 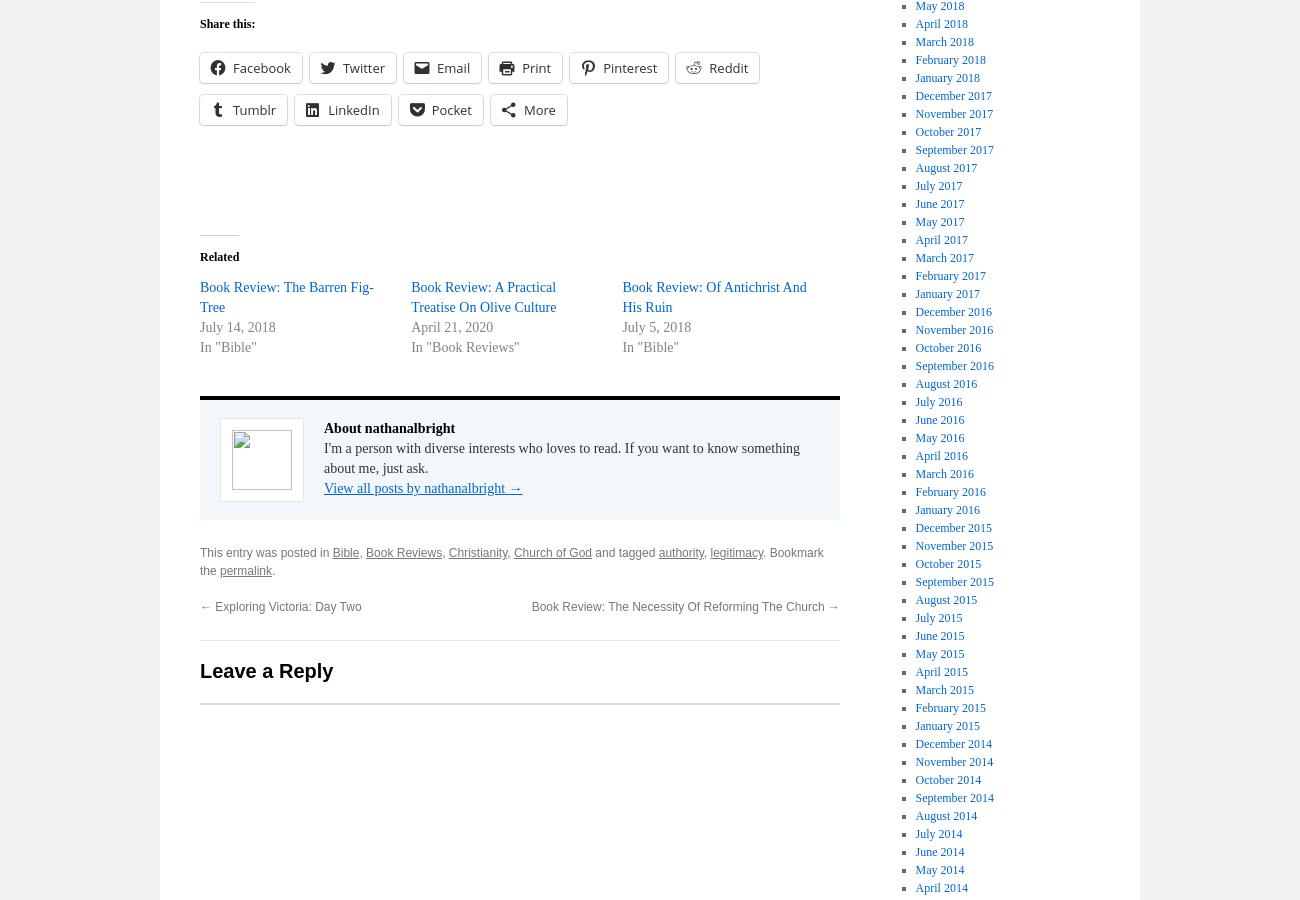 What do you see at coordinates (950, 491) in the screenshot?
I see `'February 2016'` at bounding box center [950, 491].